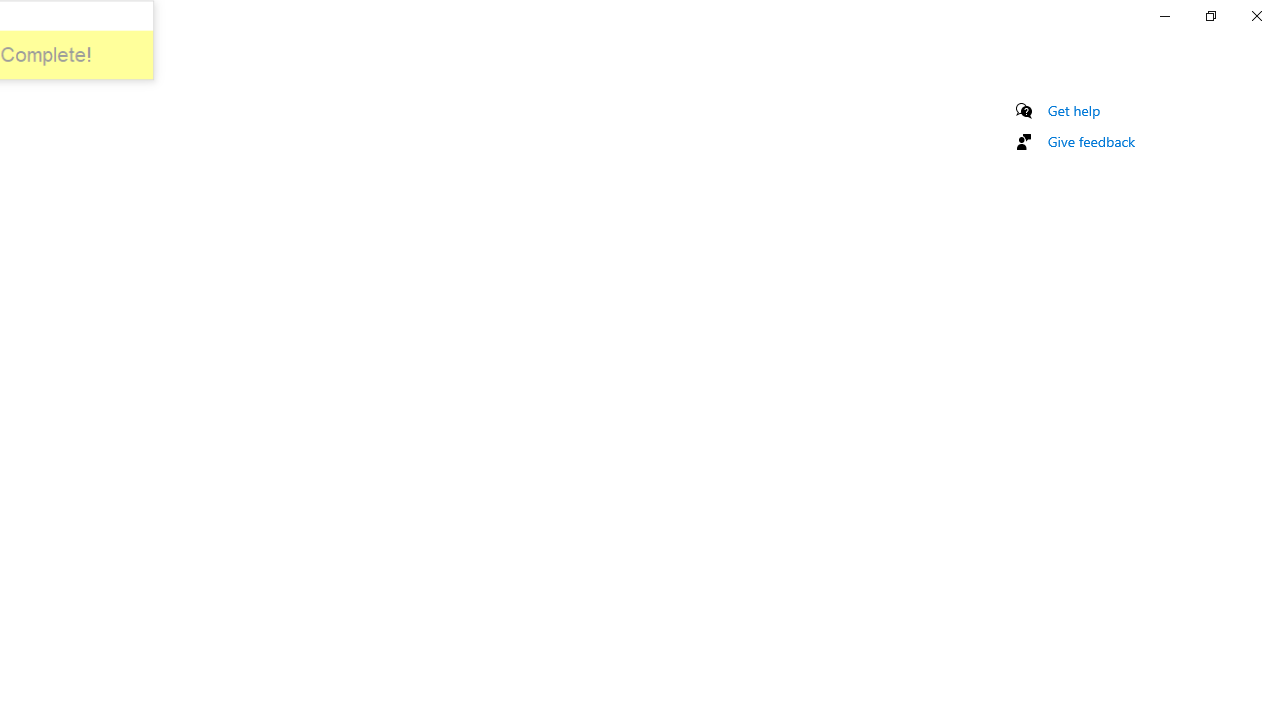 The image size is (1280, 720). I want to click on 'Get help', so click(1073, 110).